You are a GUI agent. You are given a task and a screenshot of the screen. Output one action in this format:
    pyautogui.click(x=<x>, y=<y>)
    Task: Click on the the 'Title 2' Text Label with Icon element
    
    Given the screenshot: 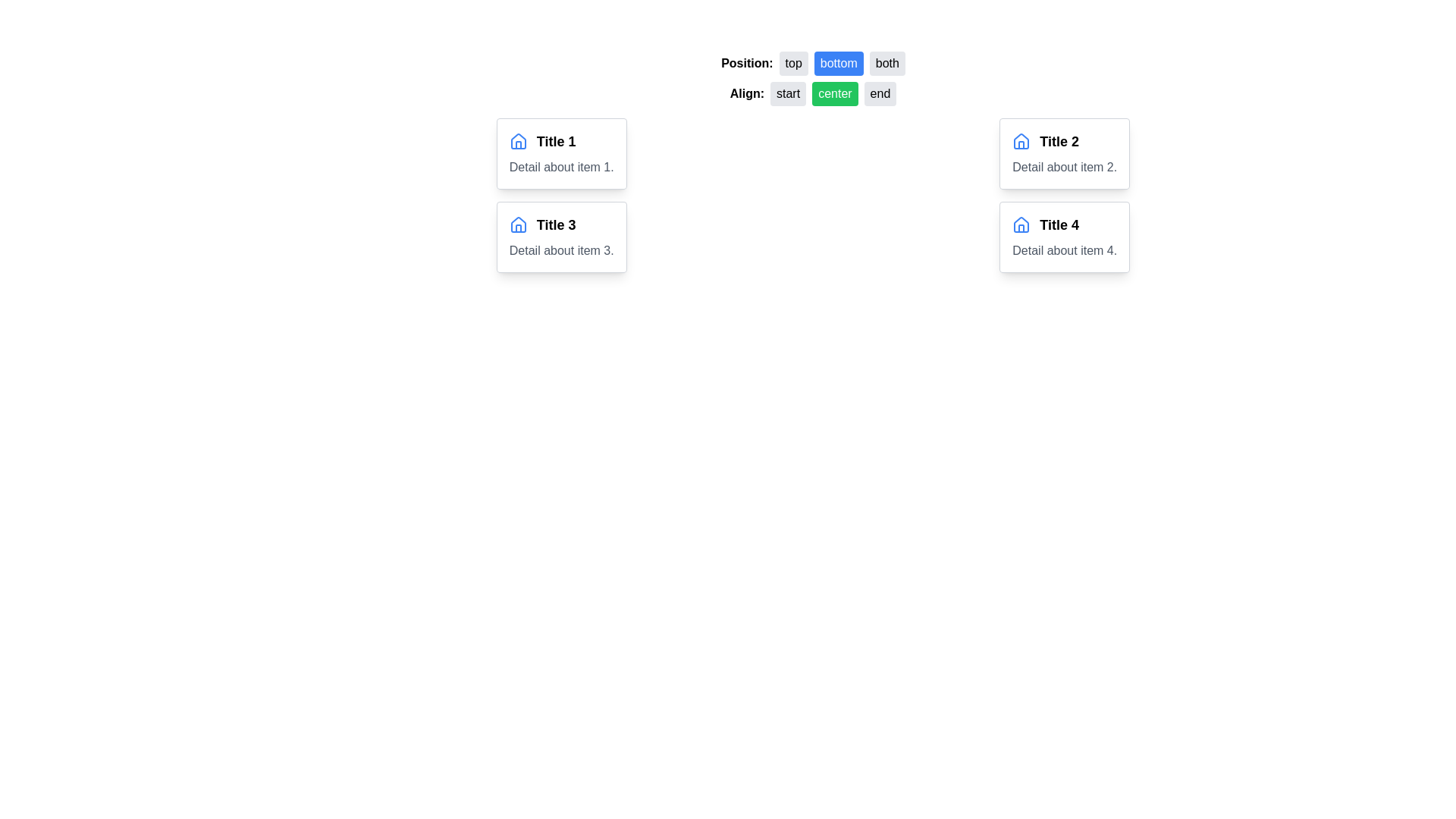 What is the action you would take?
    pyautogui.click(x=1064, y=141)
    